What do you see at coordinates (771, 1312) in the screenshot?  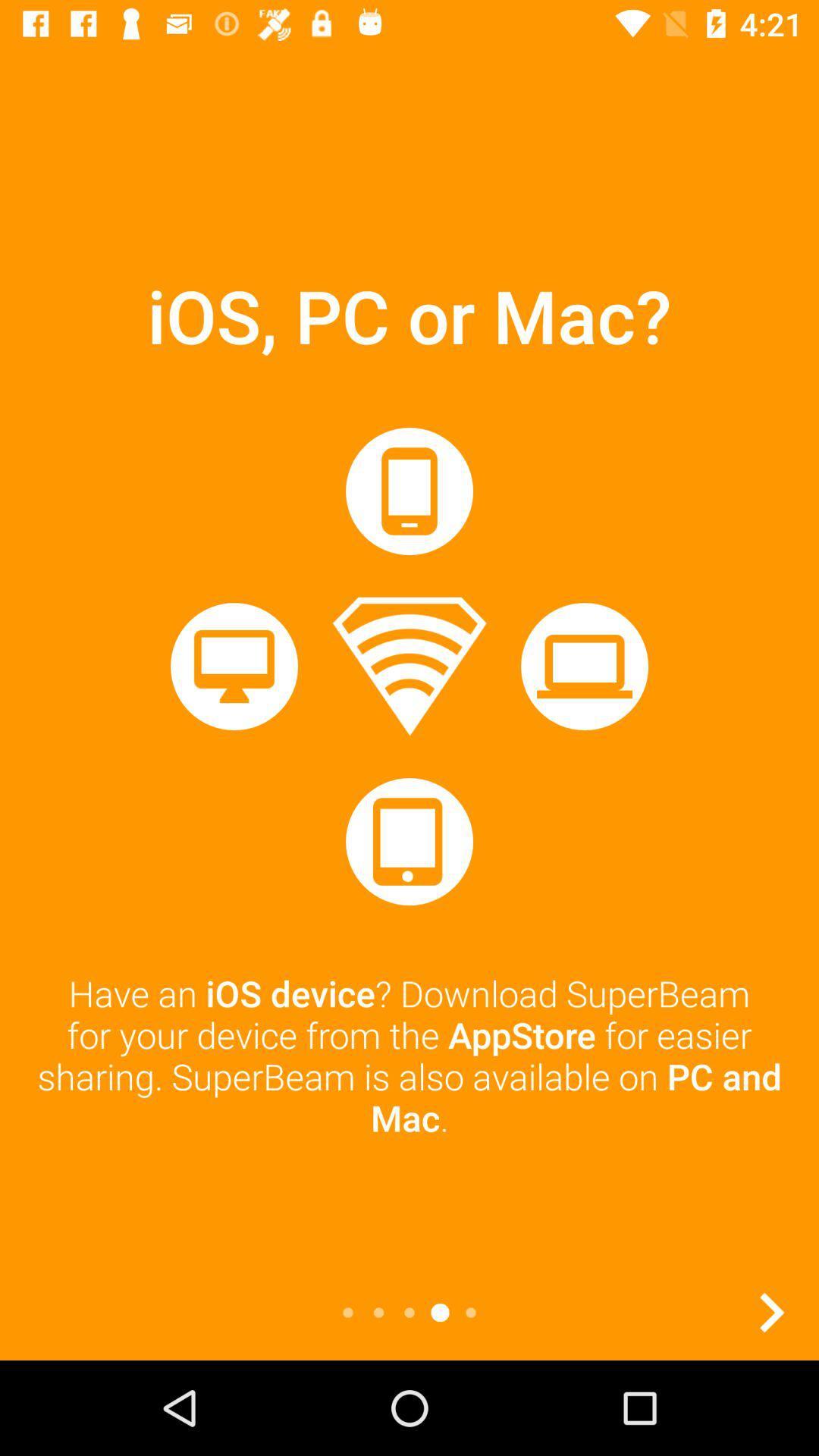 I see `the arrow_forward icon` at bounding box center [771, 1312].